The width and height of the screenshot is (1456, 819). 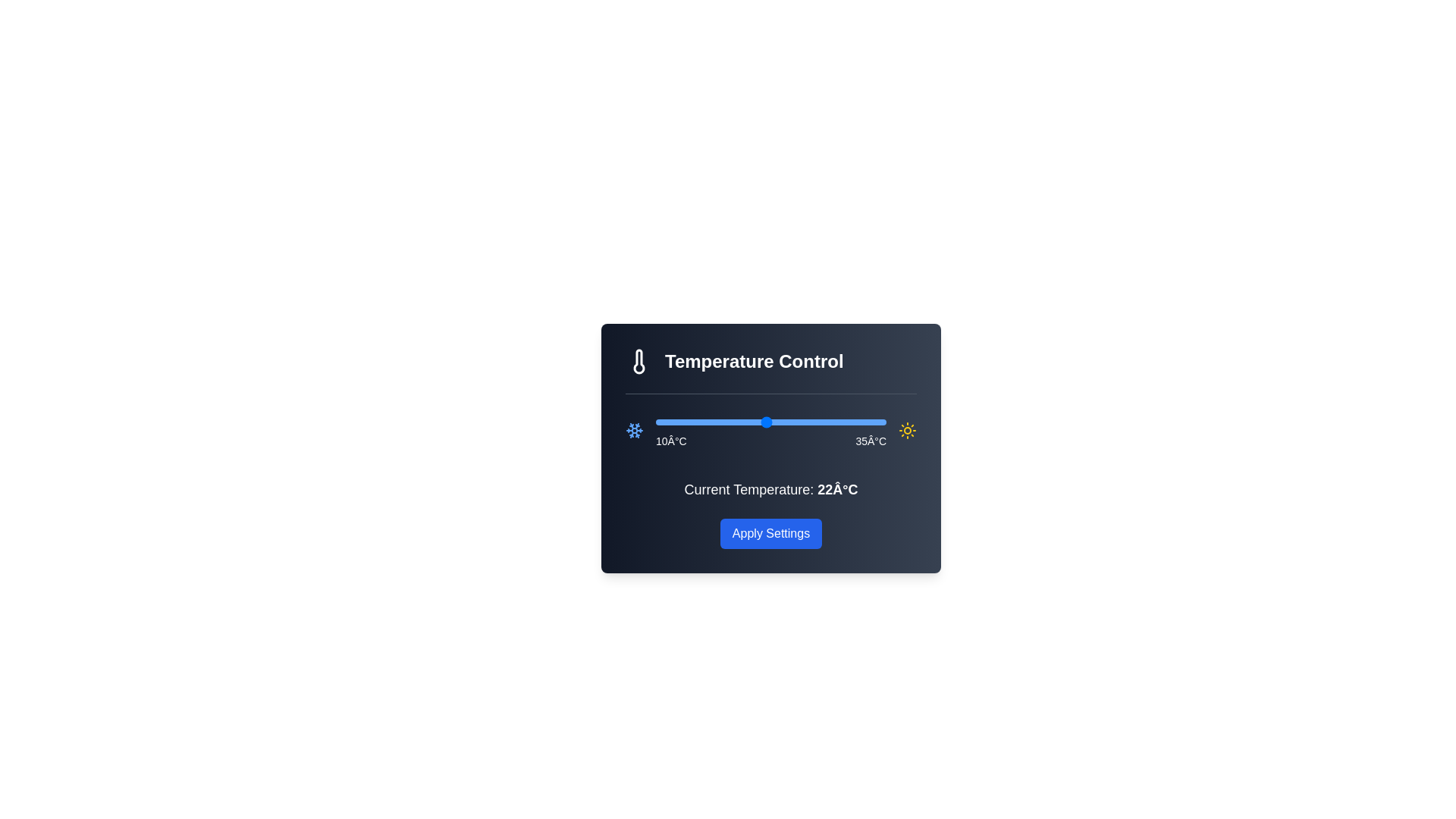 I want to click on the temperature slider to set it to 22°C, so click(x=766, y=422).